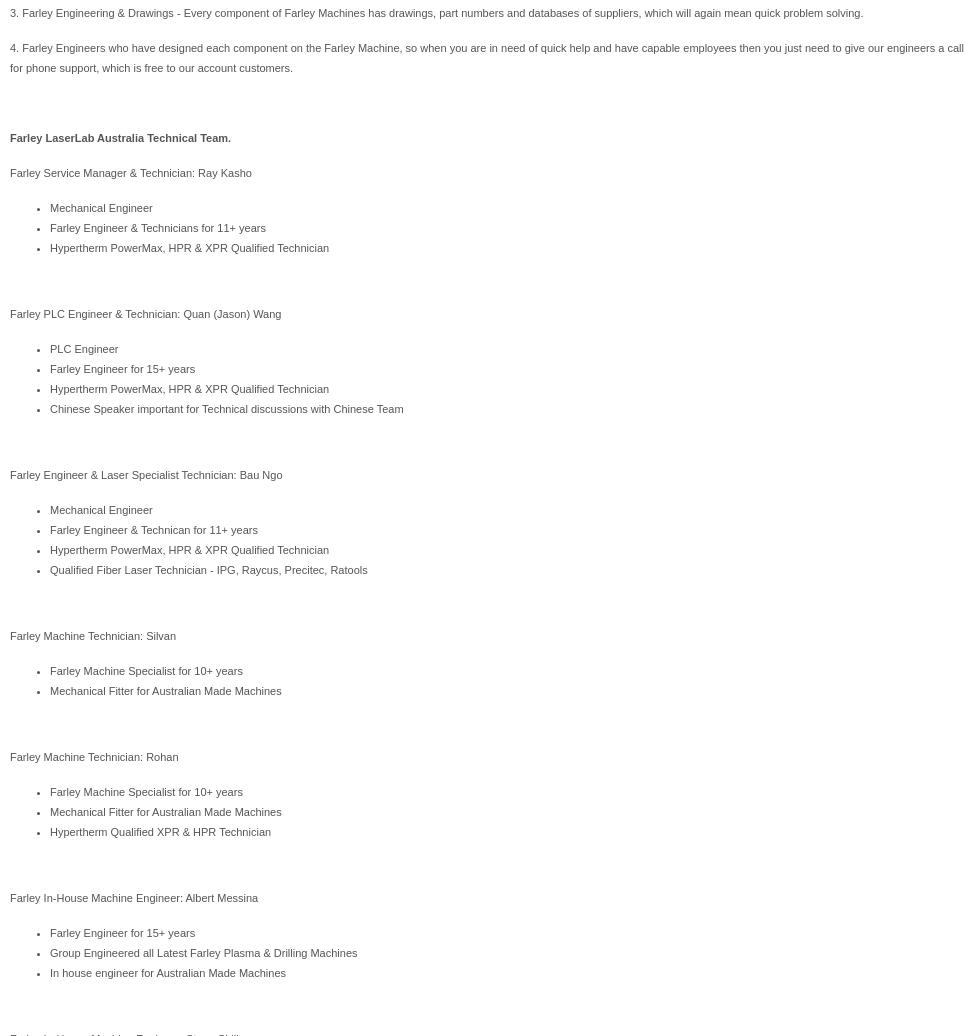 The width and height of the screenshot is (980, 1036). Describe the element at coordinates (167, 973) in the screenshot. I see `'In house engineer for Australian Made Machines'` at that location.